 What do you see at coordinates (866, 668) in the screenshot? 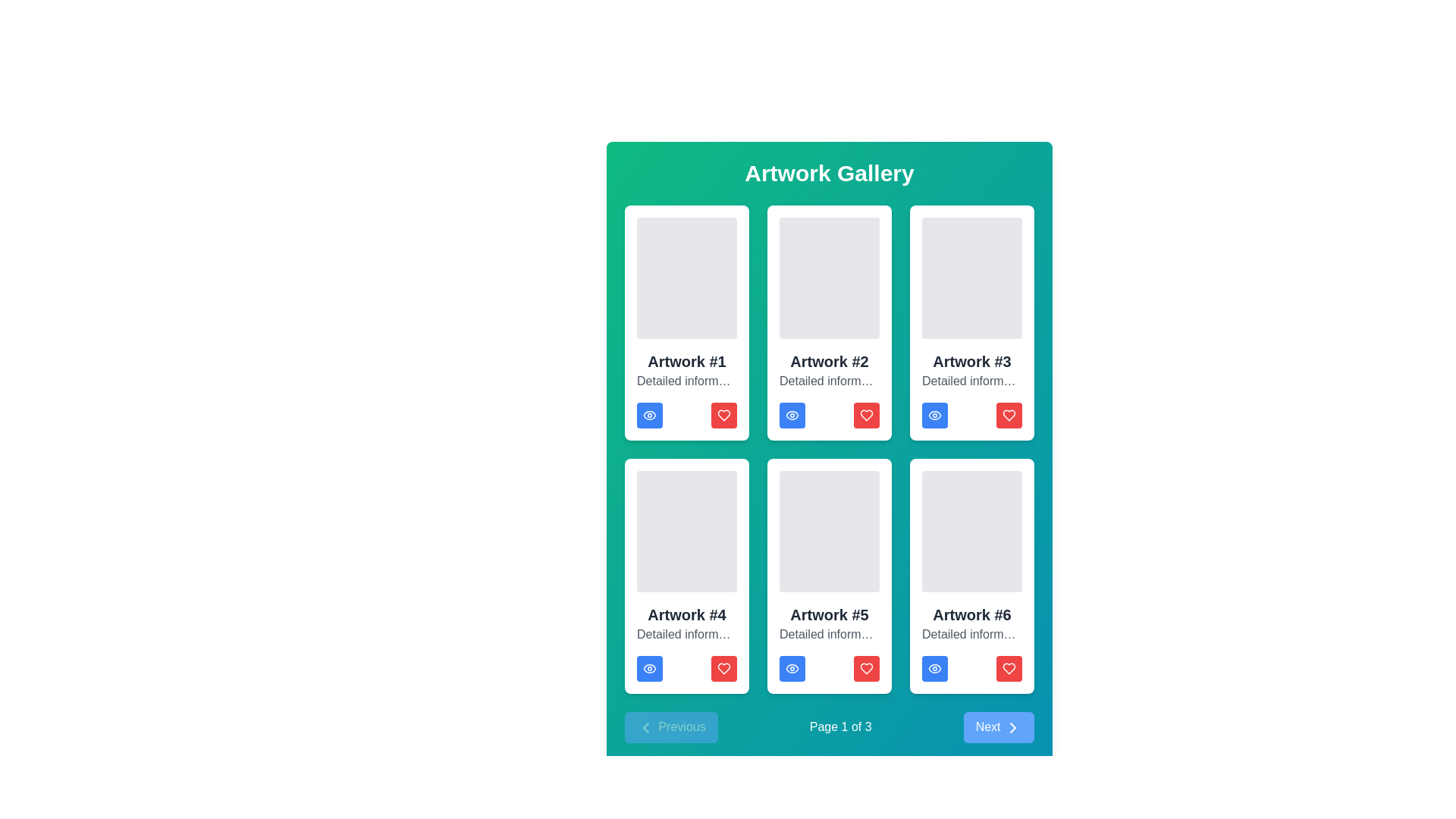
I see `the heart SVG icon, which is styled with a red fill and is part of a red button with rounded corners located at the bottom-right of a card element in the actions area` at bounding box center [866, 668].